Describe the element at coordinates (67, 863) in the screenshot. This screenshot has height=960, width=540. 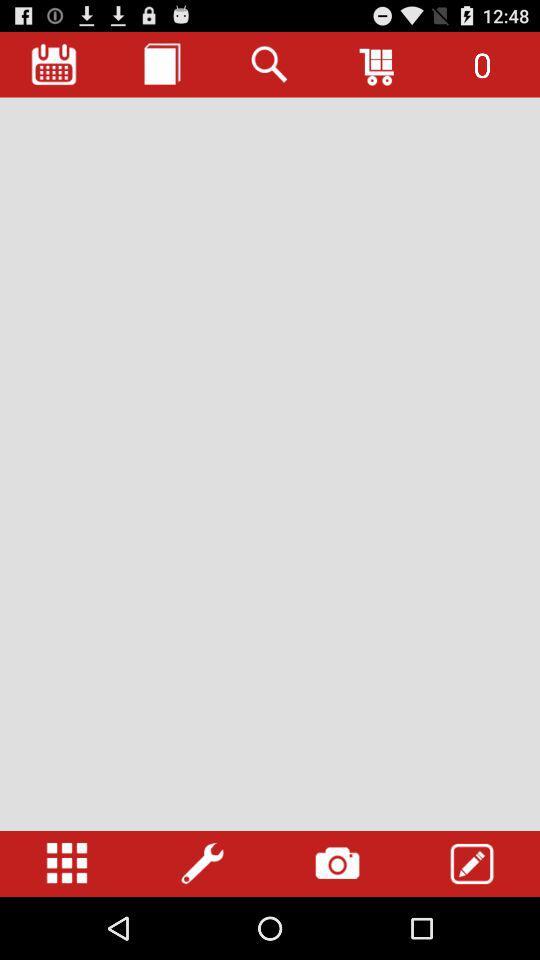
I see `numbers` at that location.